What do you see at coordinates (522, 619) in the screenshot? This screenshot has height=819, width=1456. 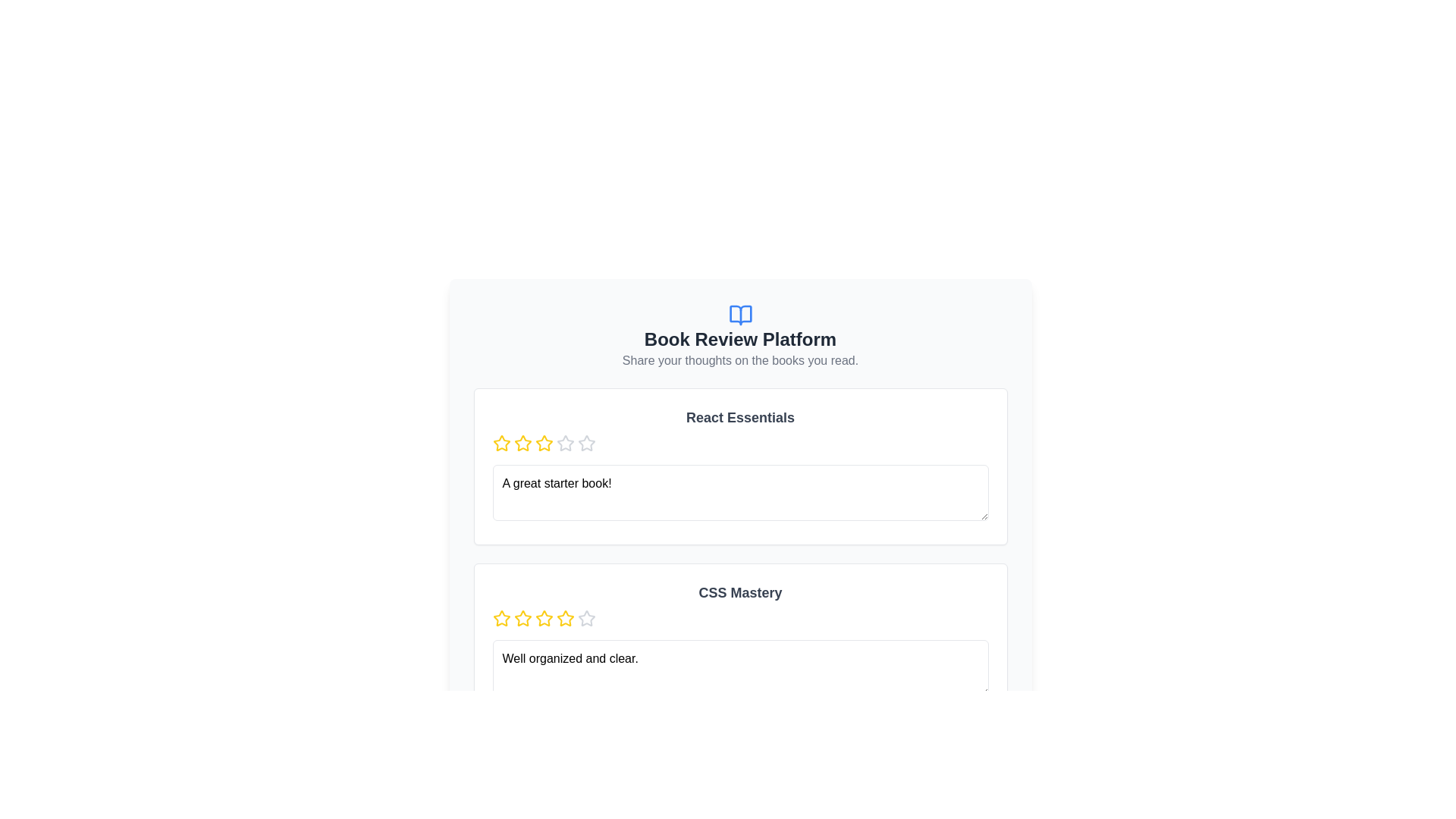 I see `the second star in the rating system for the book 'CSS Mastery'` at bounding box center [522, 619].